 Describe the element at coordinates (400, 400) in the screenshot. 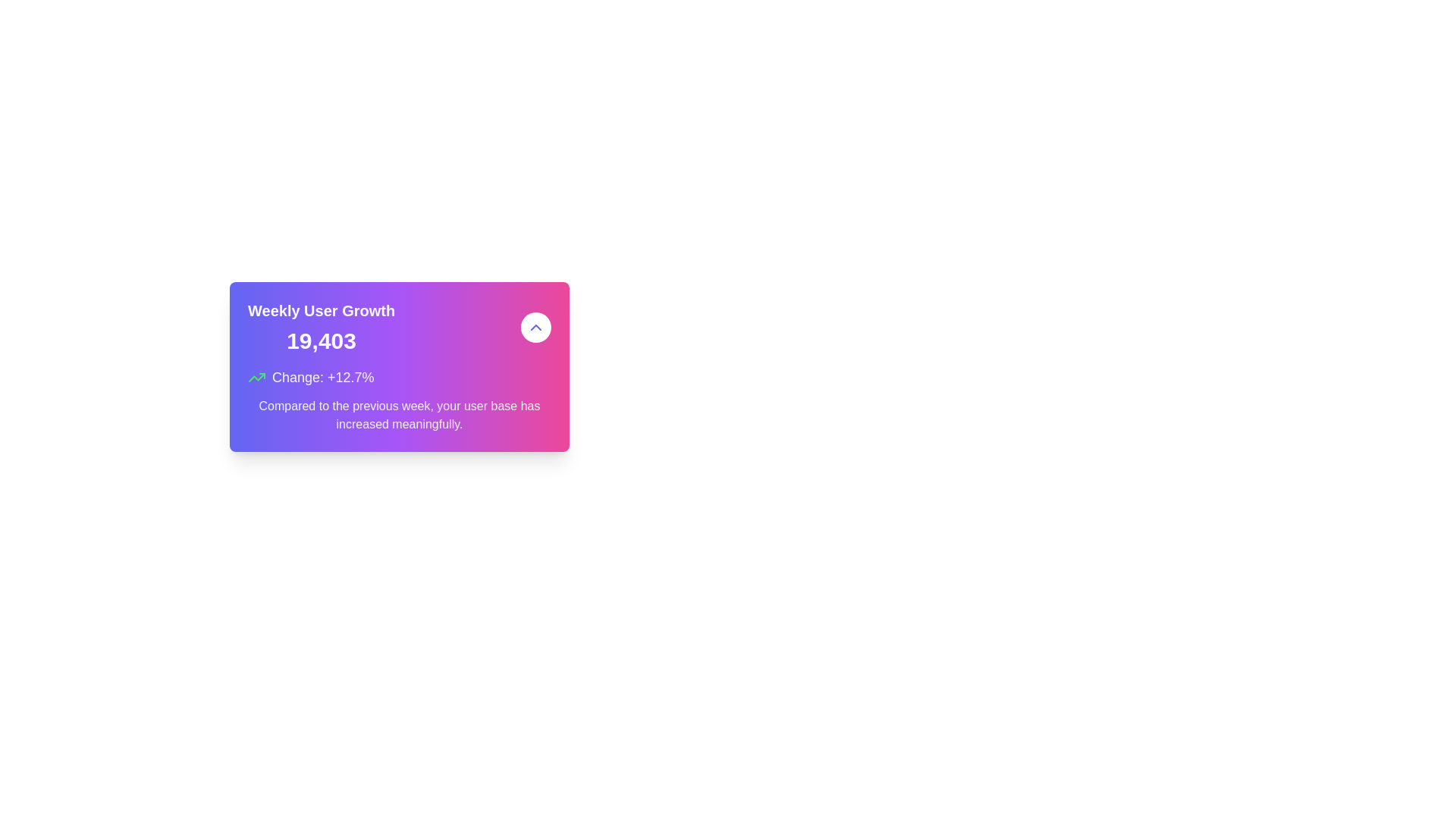

I see `percentage increase displayed in the Text Section located in the lower portion of the card layout containing weekly growth statistics` at that location.